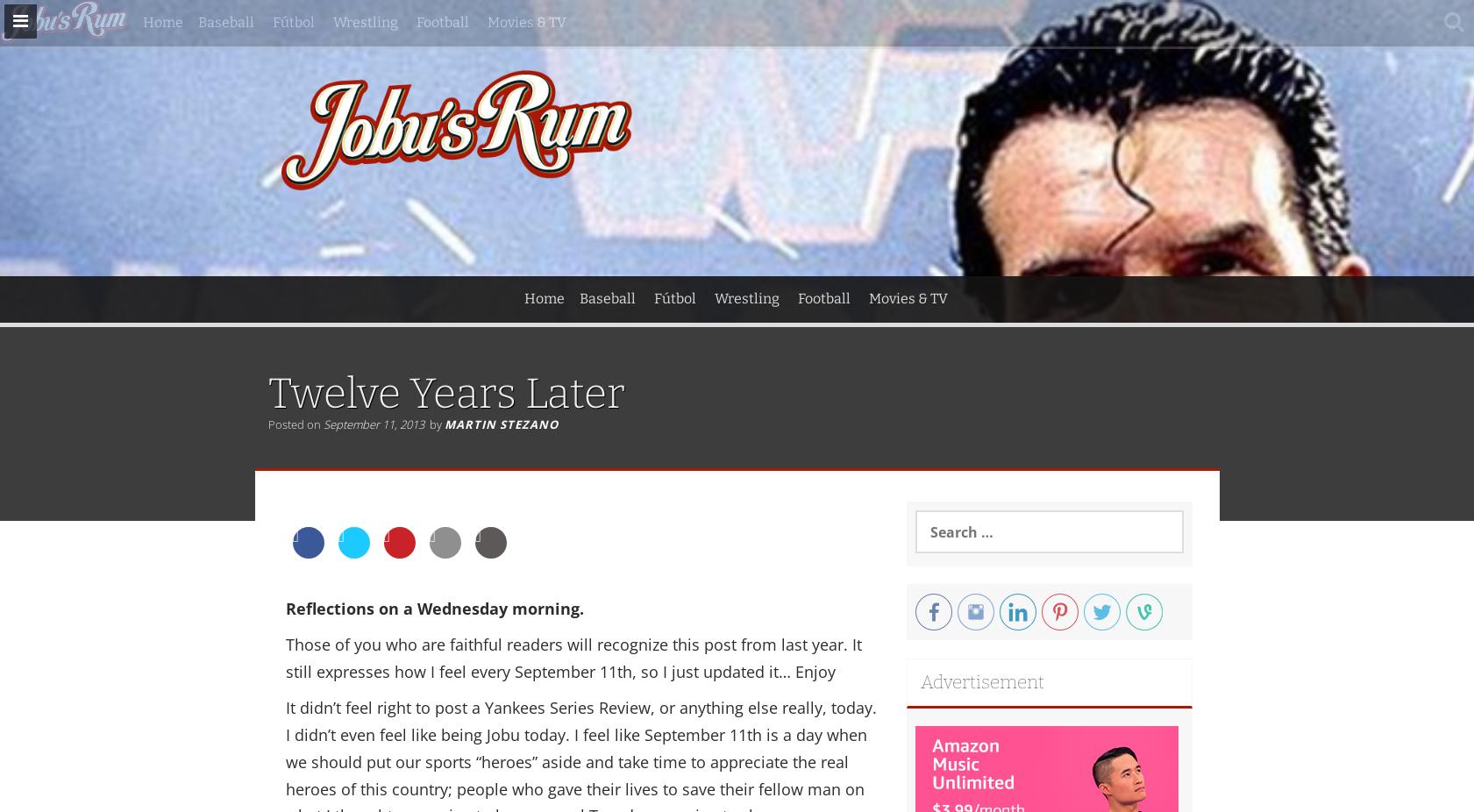  I want to click on 'Martin Stezano', so click(500, 424).